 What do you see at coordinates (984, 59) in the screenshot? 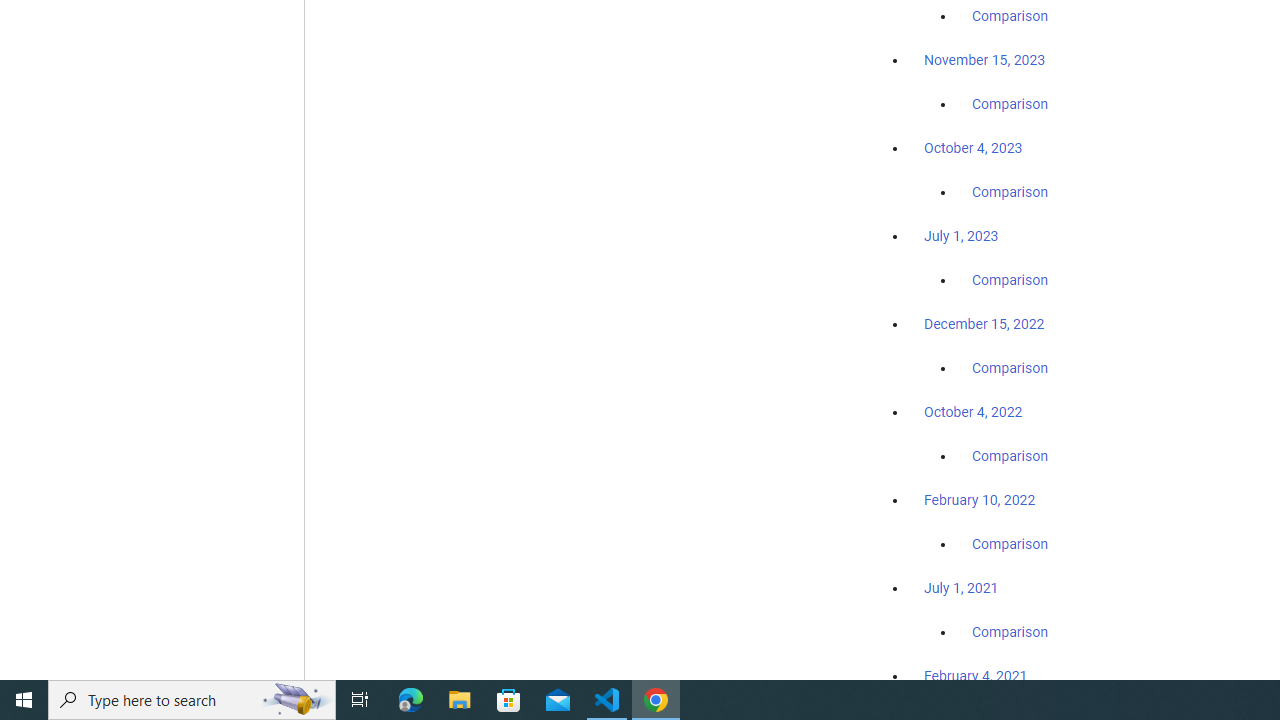
I see `'November 15, 2023'` at bounding box center [984, 59].